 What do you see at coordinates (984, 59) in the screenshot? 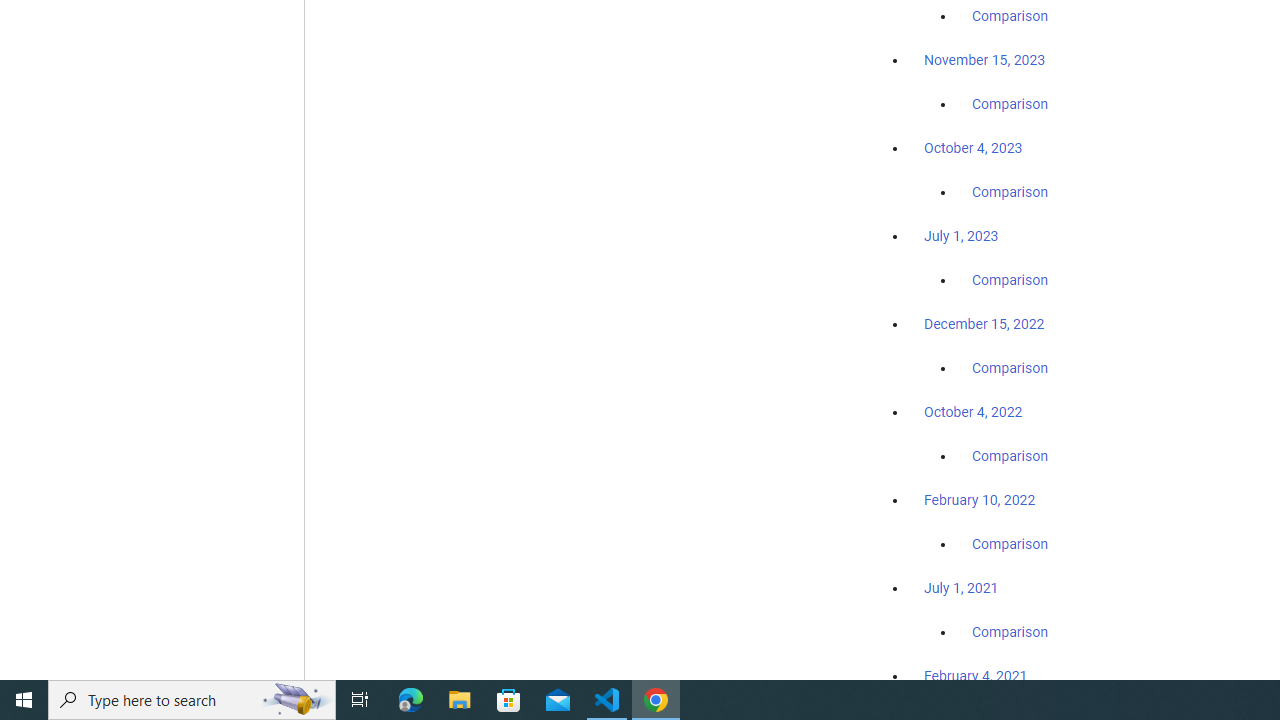
I see `'November 15, 2023'` at bounding box center [984, 59].